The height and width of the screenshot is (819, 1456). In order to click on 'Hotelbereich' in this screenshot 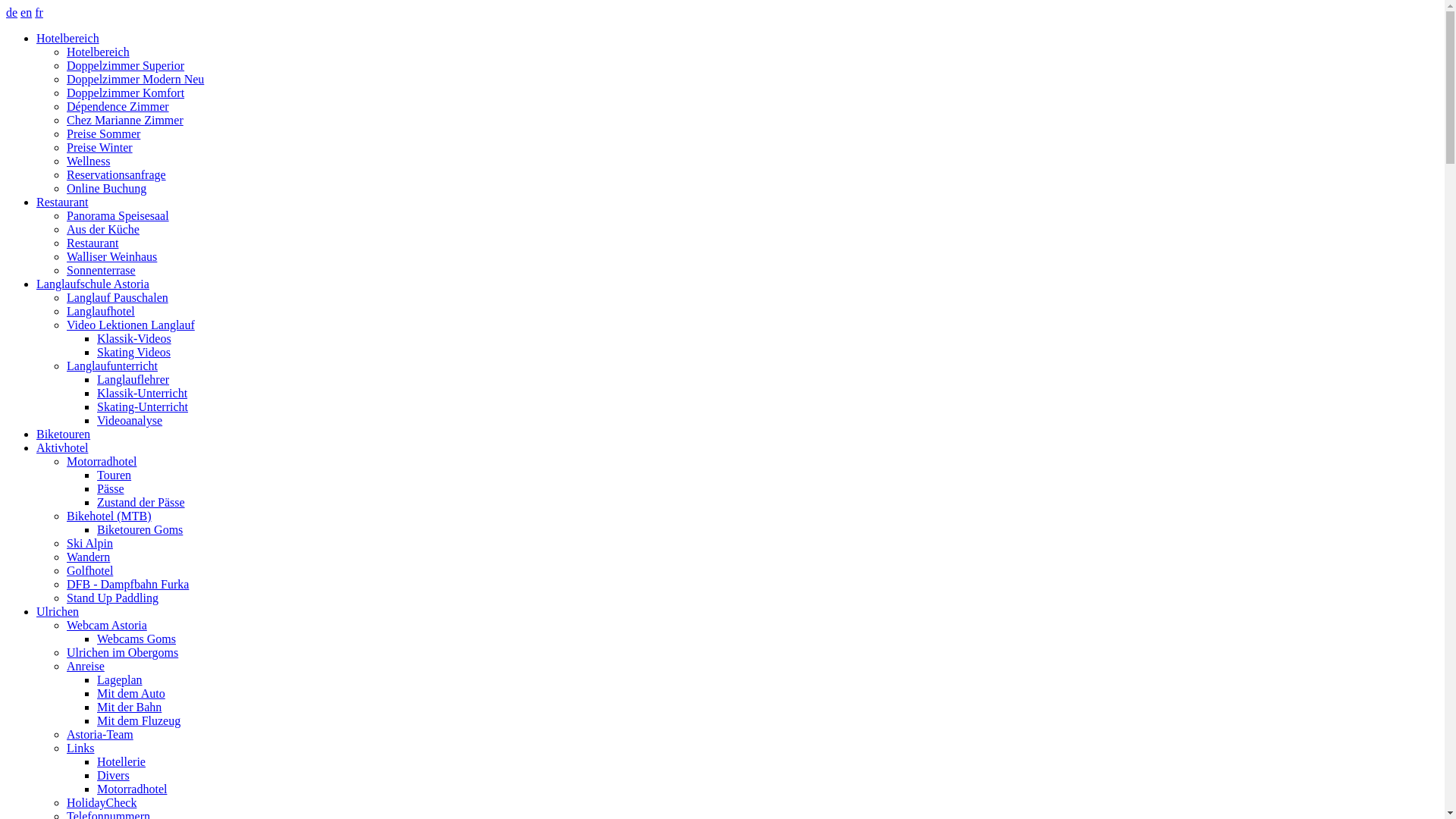, I will do `click(36, 37)`.